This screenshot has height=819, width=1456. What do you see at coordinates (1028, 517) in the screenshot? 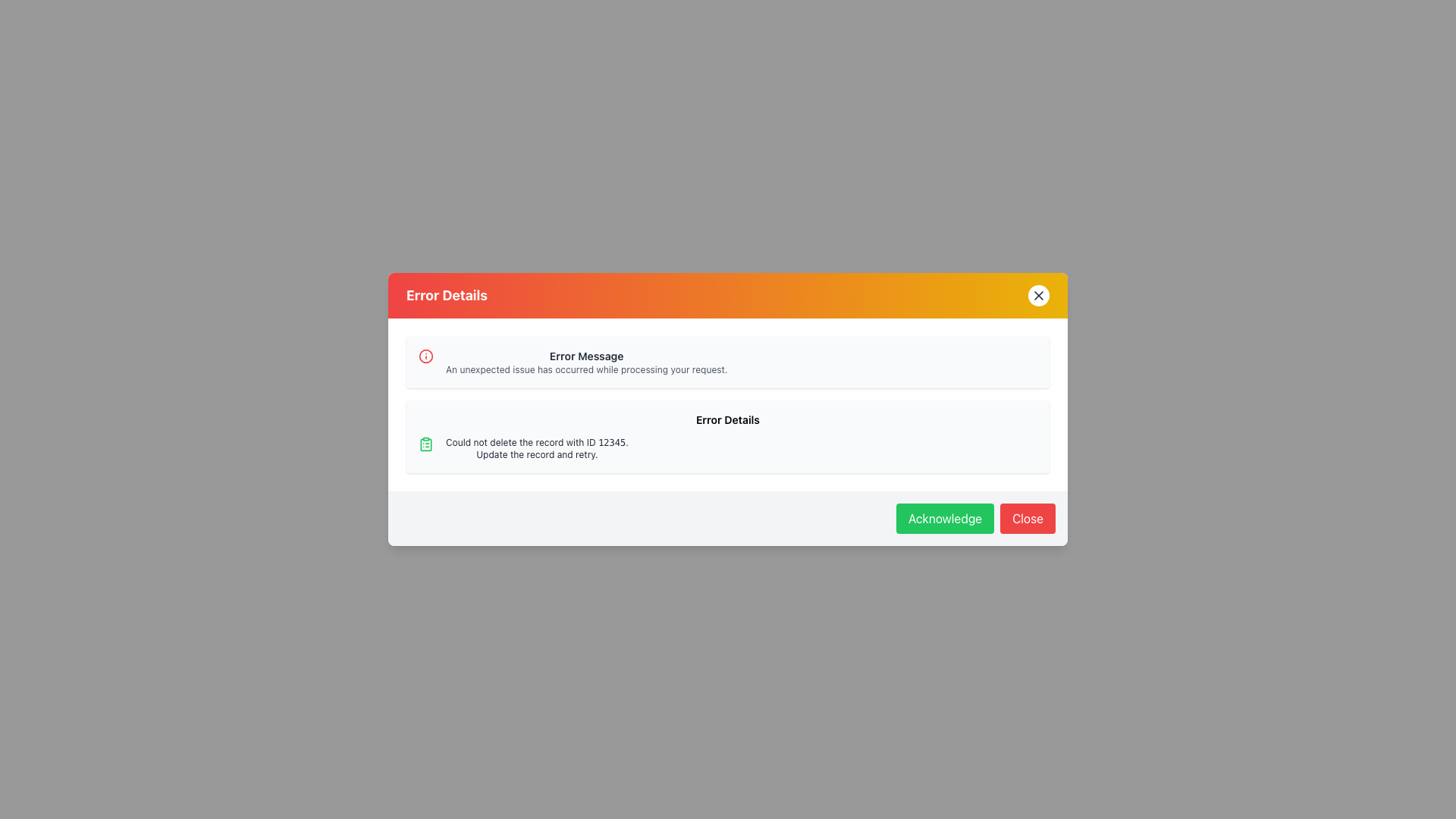
I see `the close button located in the bottom-right corner of the modal dialog` at bounding box center [1028, 517].